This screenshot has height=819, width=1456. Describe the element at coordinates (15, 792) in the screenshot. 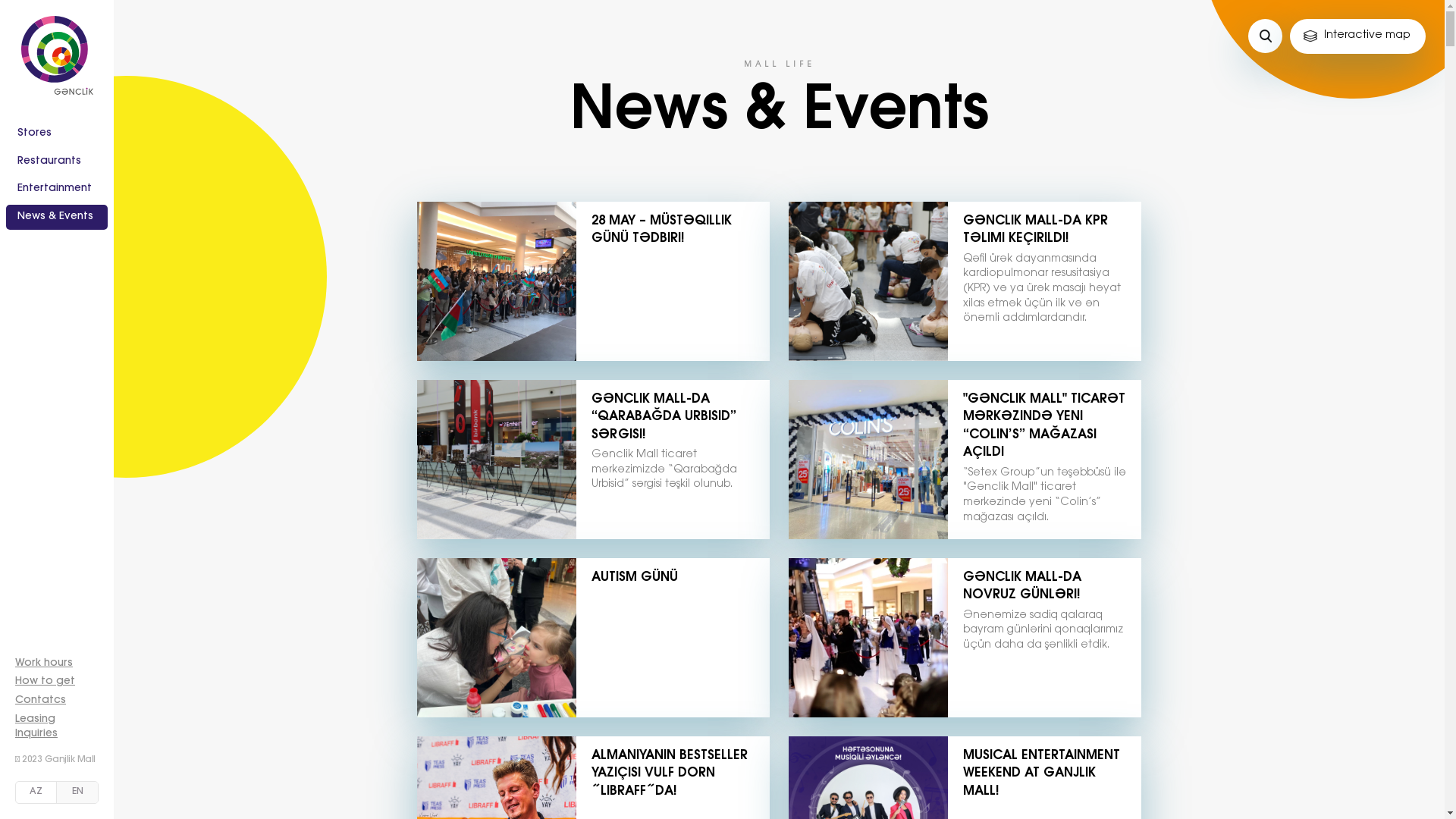

I see `'AZ'` at that location.